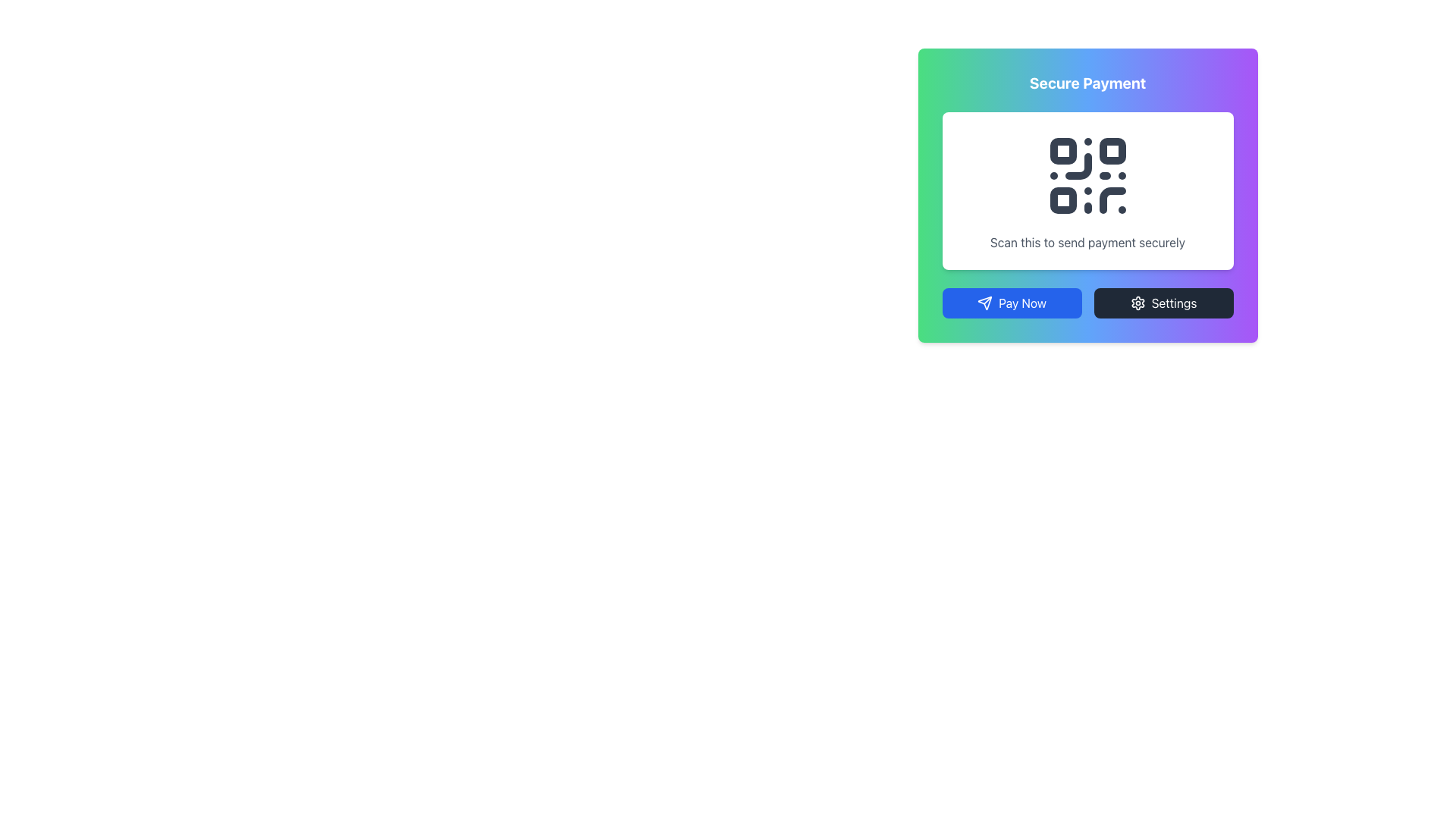  Describe the element at coordinates (1112, 151) in the screenshot. I see `the small dark square with rounded corners located in the top-right section of the QR code graphic in the payment interface` at that location.